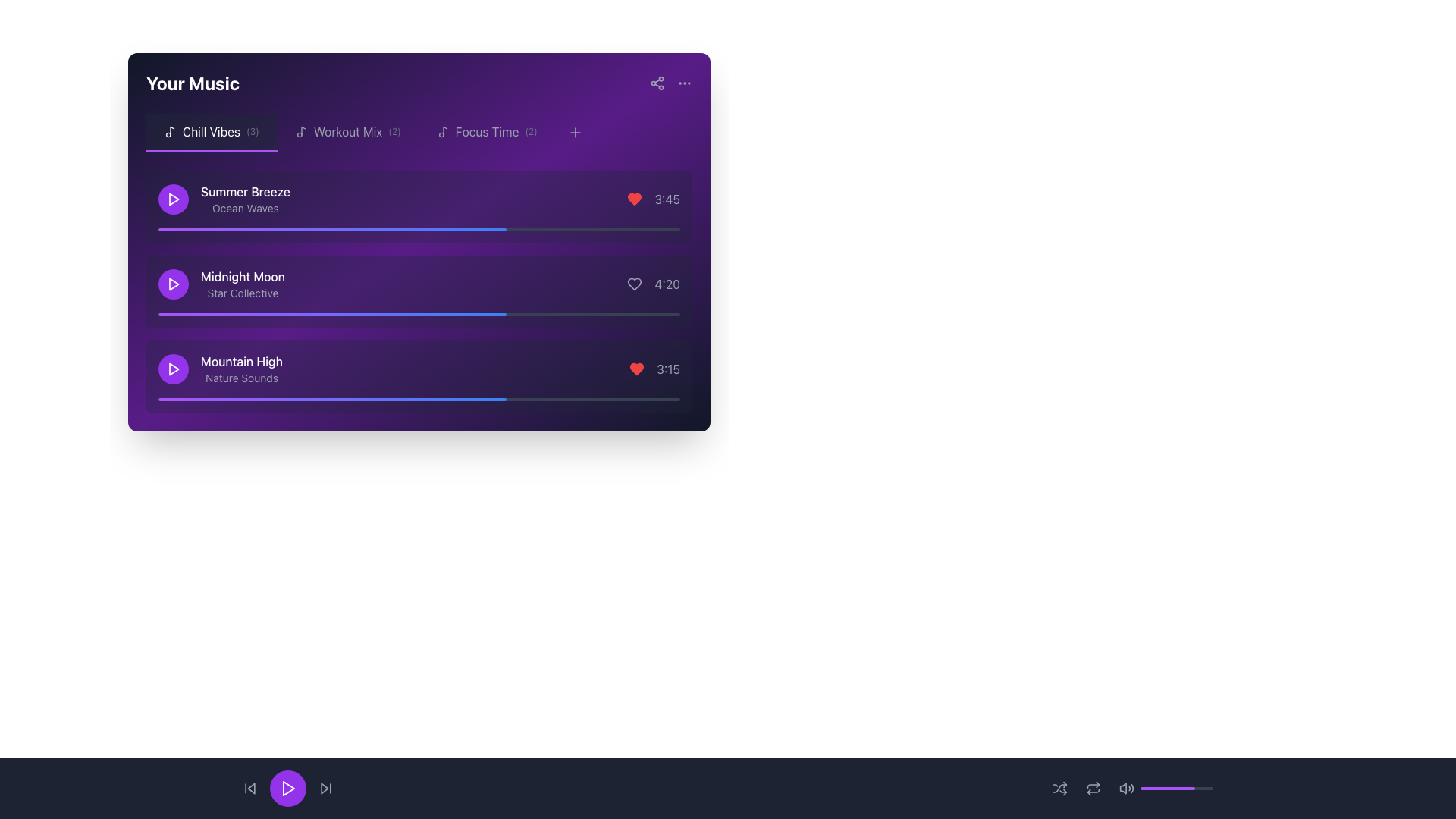 This screenshot has height=819, width=1456. Describe the element at coordinates (419, 399) in the screenshot. I see `the progress bar indicating playback progress of the track 'Mountain High' located at the bottom of the 'Your Music' interface` at that location.